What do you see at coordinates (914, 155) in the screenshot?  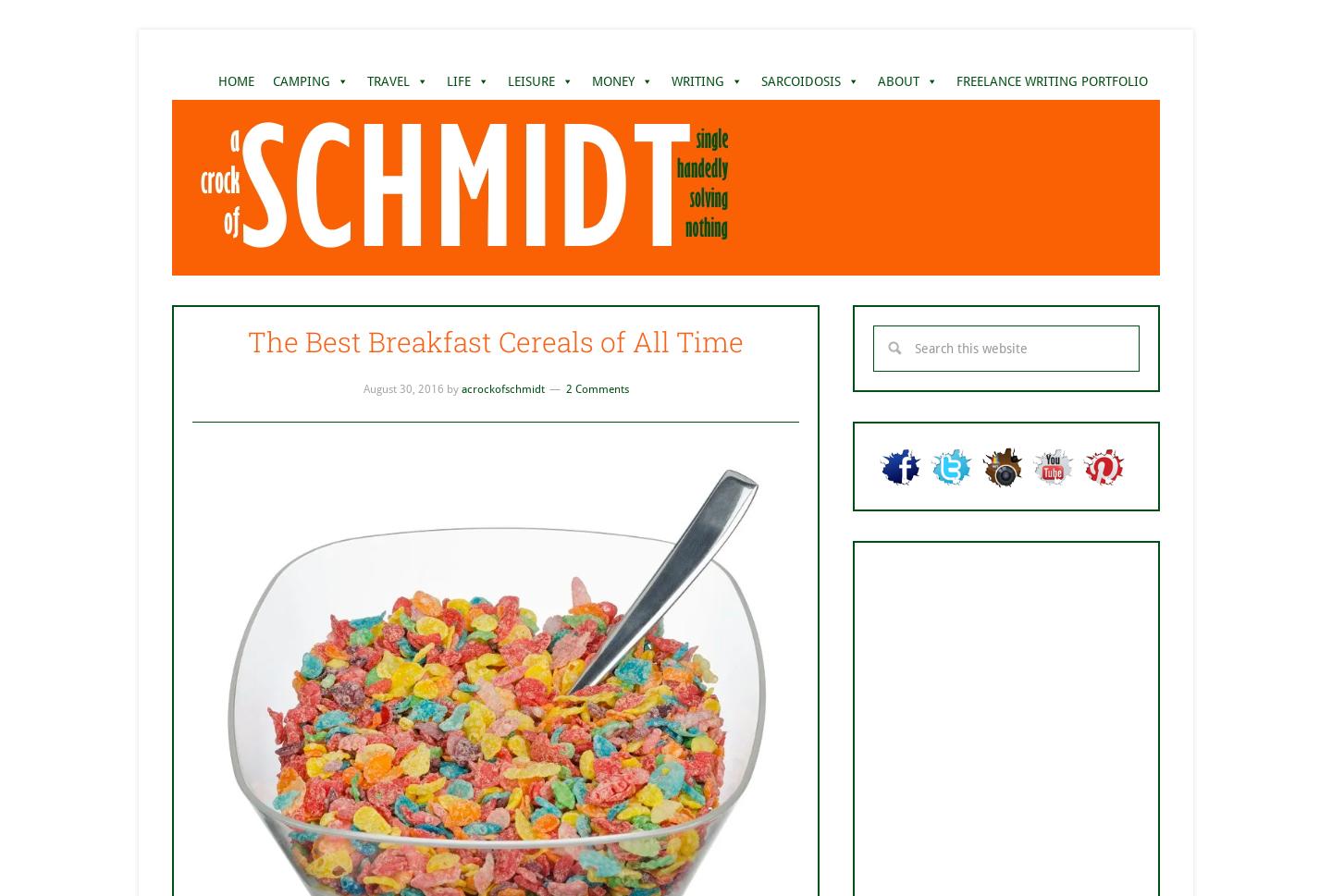 I see `'CONTACT ME'` at bounding box center [914, 155].